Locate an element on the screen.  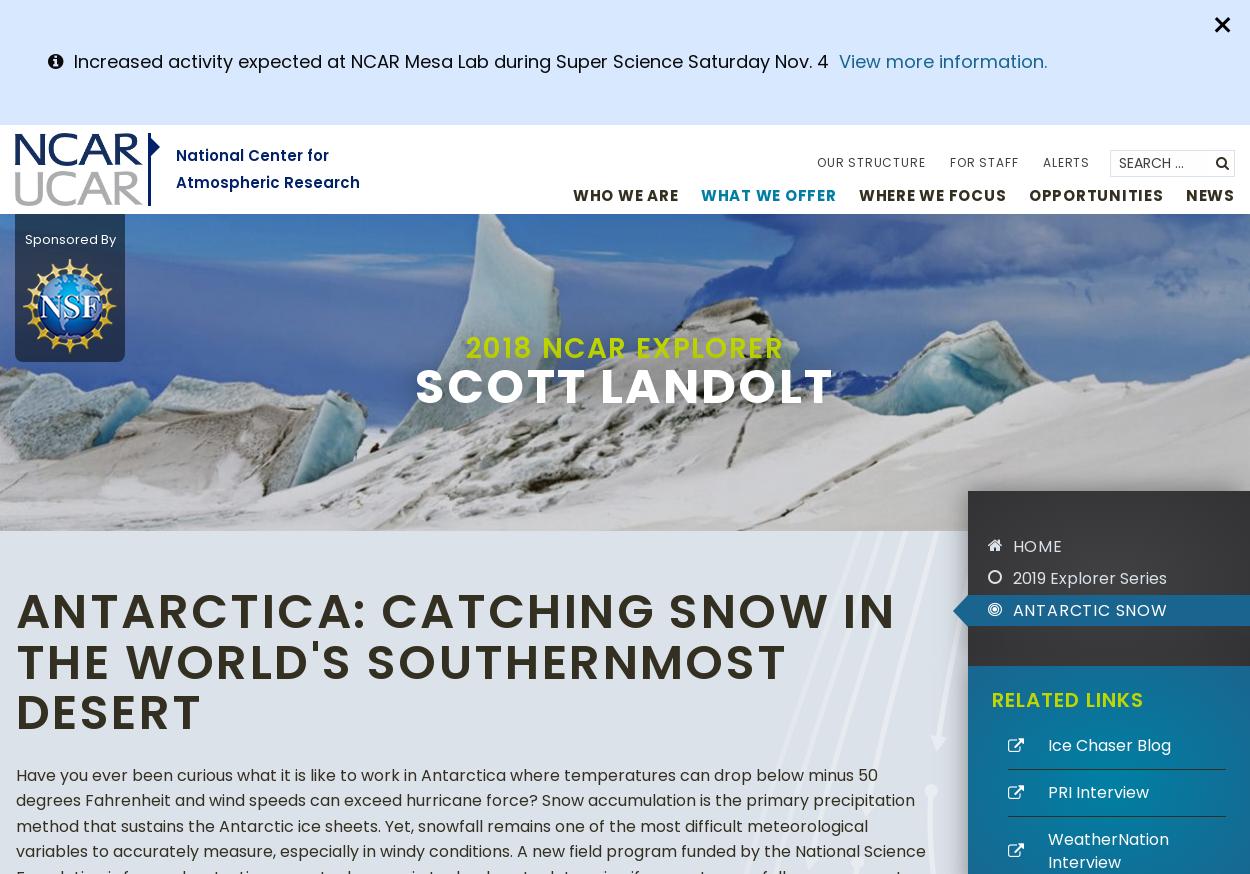
'Related Links' is located at coordinates (1066, 699).